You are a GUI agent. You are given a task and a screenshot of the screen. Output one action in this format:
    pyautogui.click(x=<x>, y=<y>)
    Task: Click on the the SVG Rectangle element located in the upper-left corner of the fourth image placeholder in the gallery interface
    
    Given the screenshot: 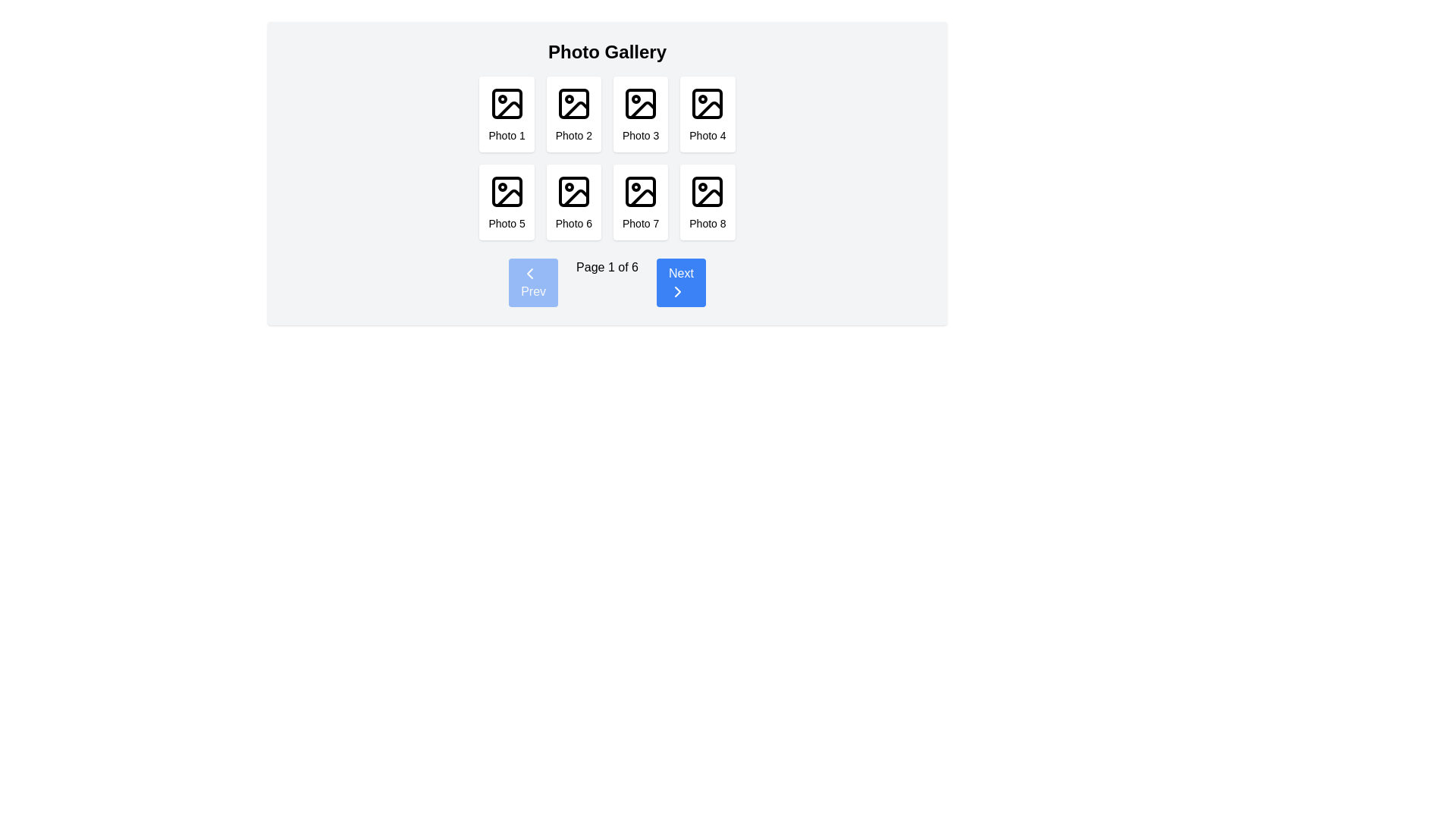 What is the action you would take?
    pyautogui.click(x=707, y=103)
    